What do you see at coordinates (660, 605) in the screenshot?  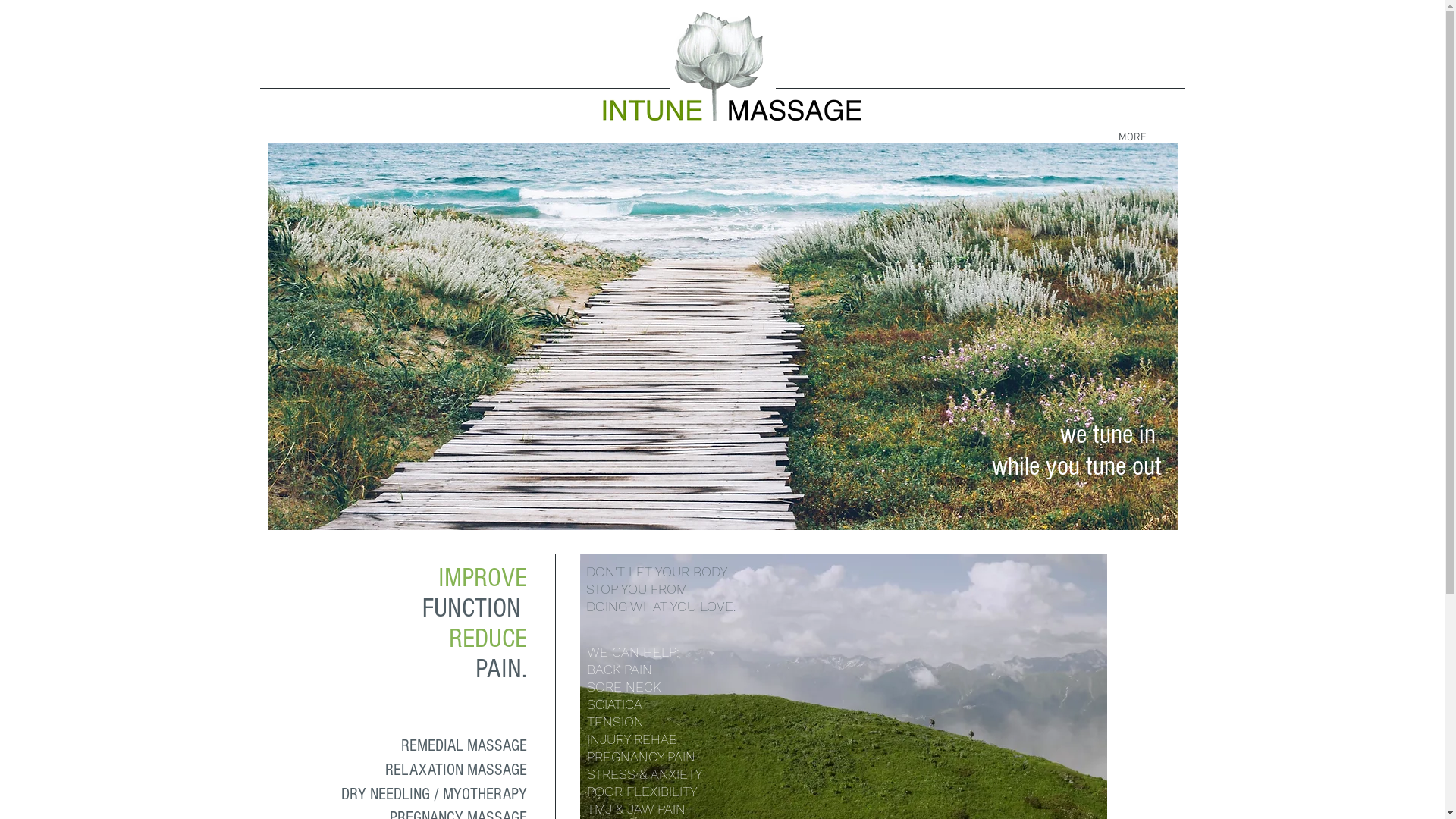 I see `'DOING WHAT YOU LOVE.'` at bounding box center [660, 605].